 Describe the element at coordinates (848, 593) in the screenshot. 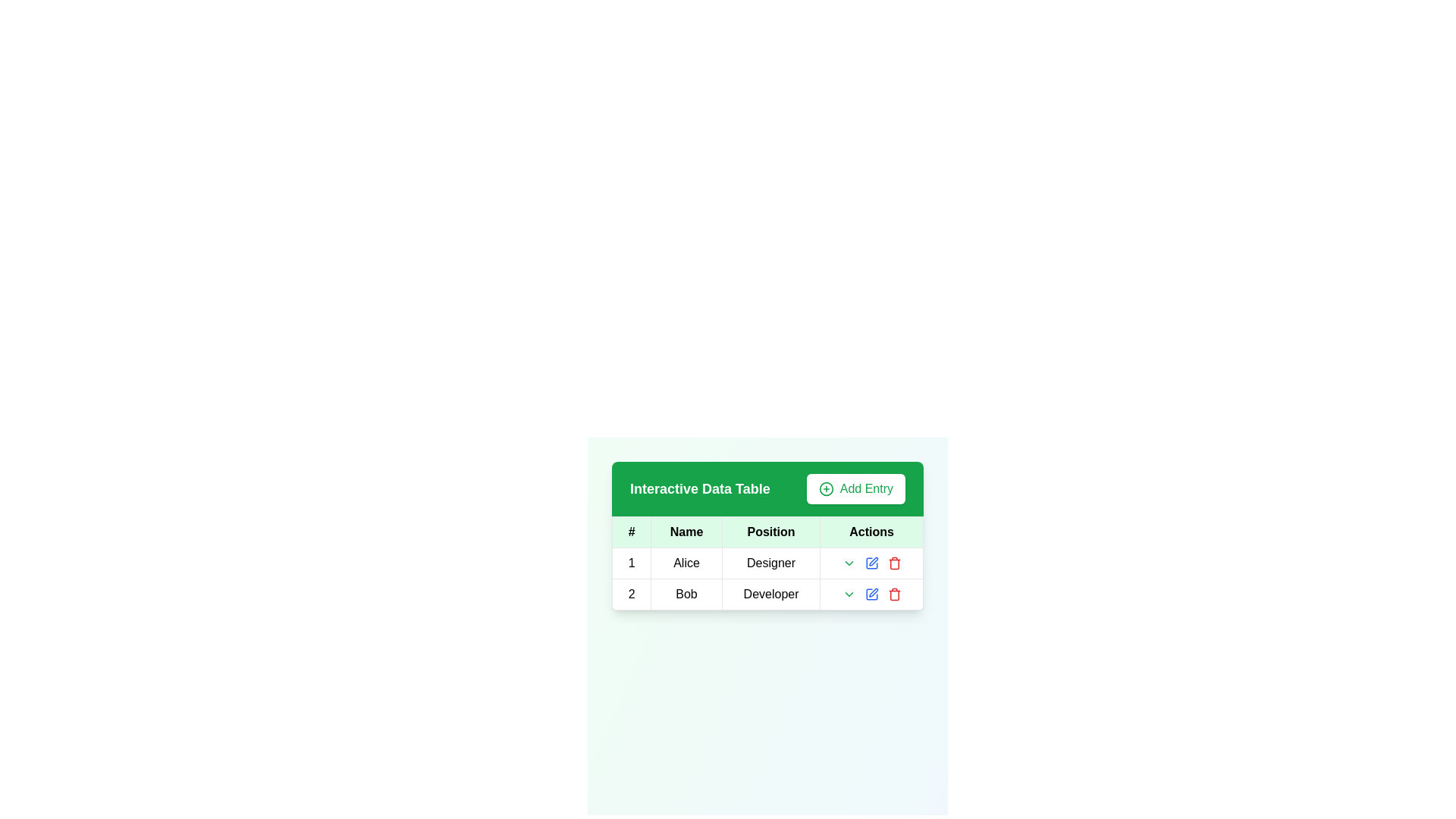

I see `the interactive green text icon resembling a downward chevron located in the 'Actions' column for the entry corresponding to 'Bob' in the table to change its appearance` at that location.